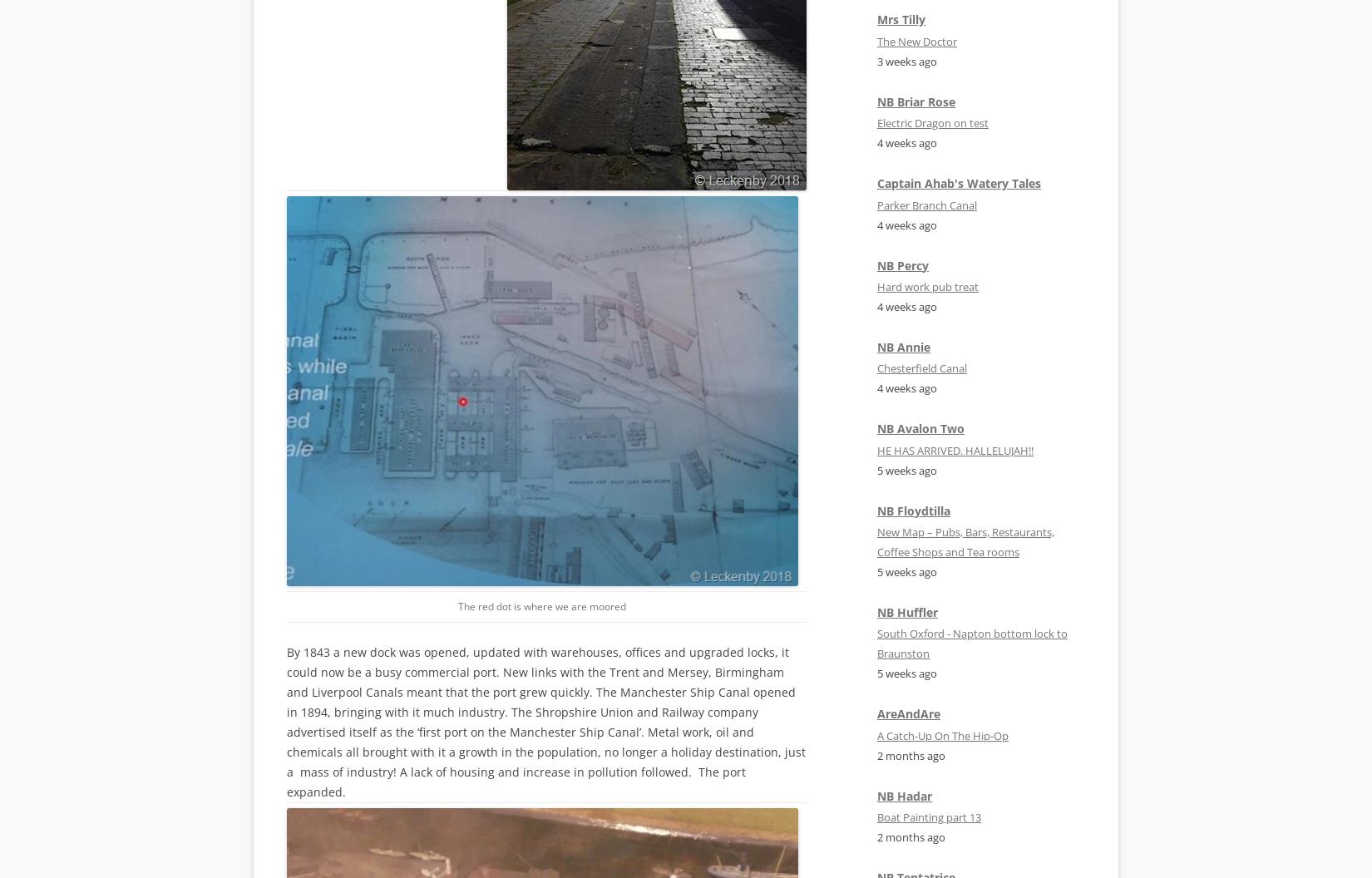  What do you see at coordinates (972, 643) in the screenshot?
I see `'South Oxford - Napton bottom lock to Braunston'` at bounding box center [972, 643].